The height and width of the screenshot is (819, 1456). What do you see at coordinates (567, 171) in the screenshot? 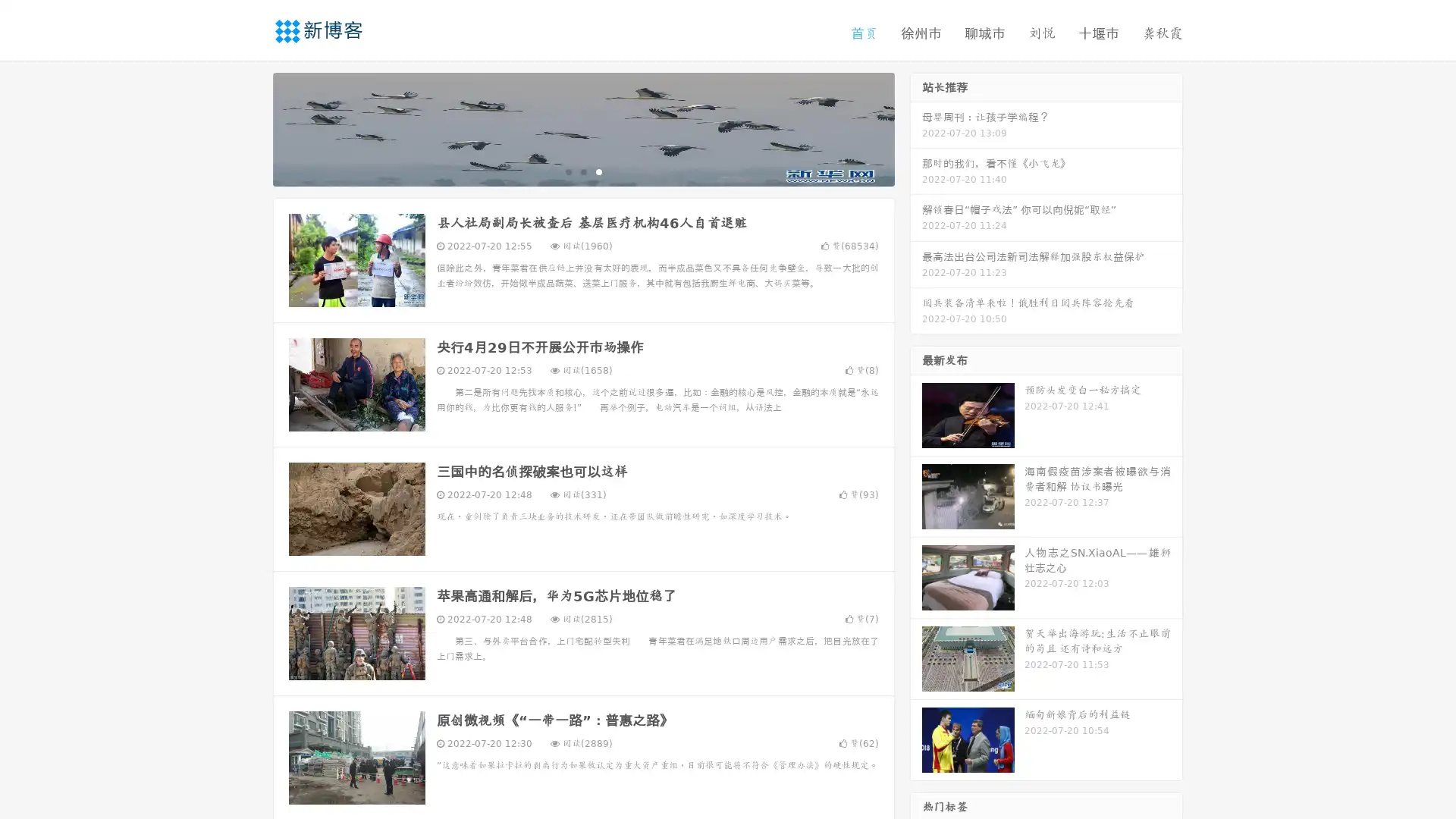
I see `Go to slide 1` at bounding box center [567, 171].